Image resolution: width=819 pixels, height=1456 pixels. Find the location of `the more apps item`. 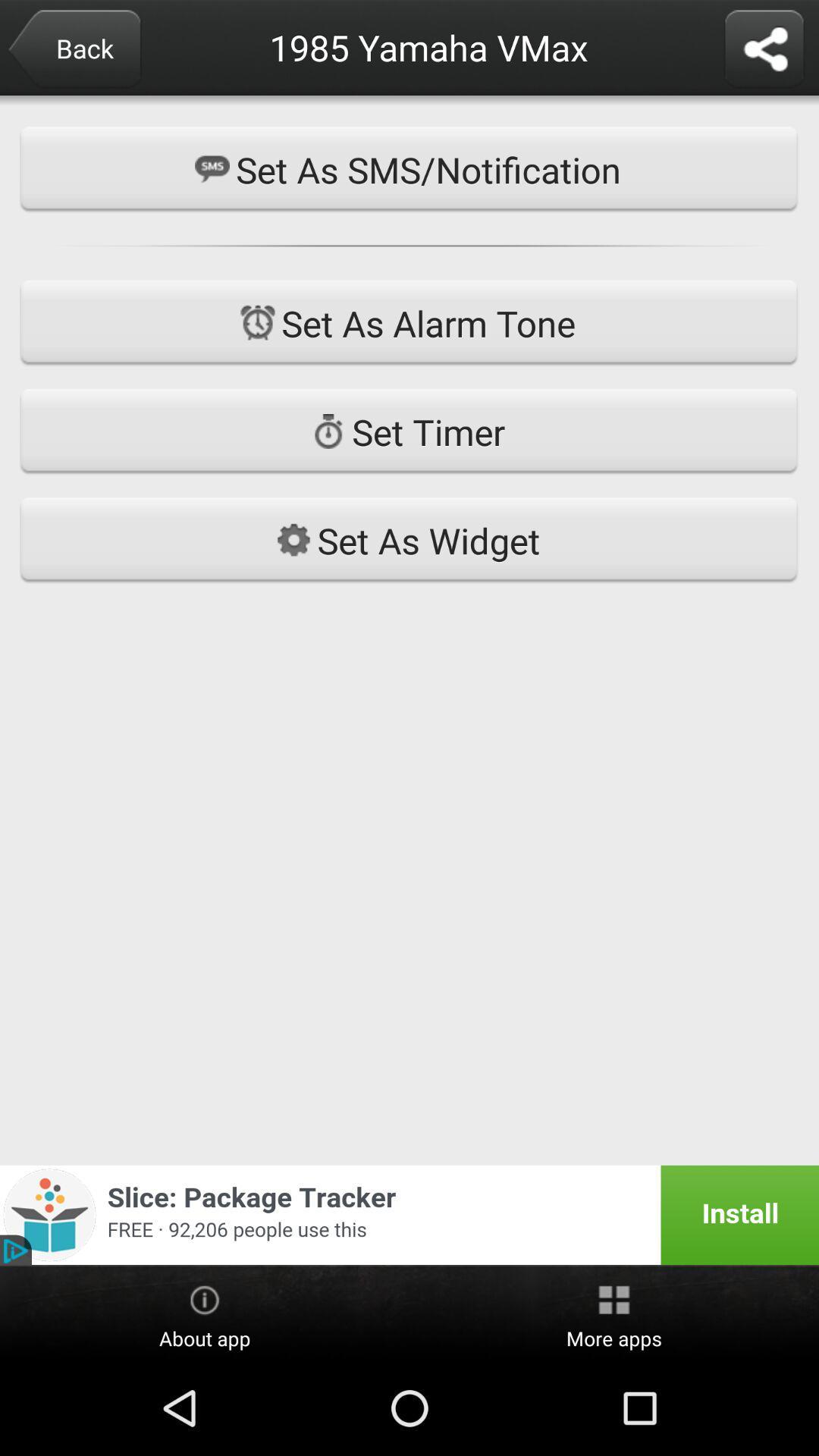

the more apps item is located at coordinates (614, 1313).